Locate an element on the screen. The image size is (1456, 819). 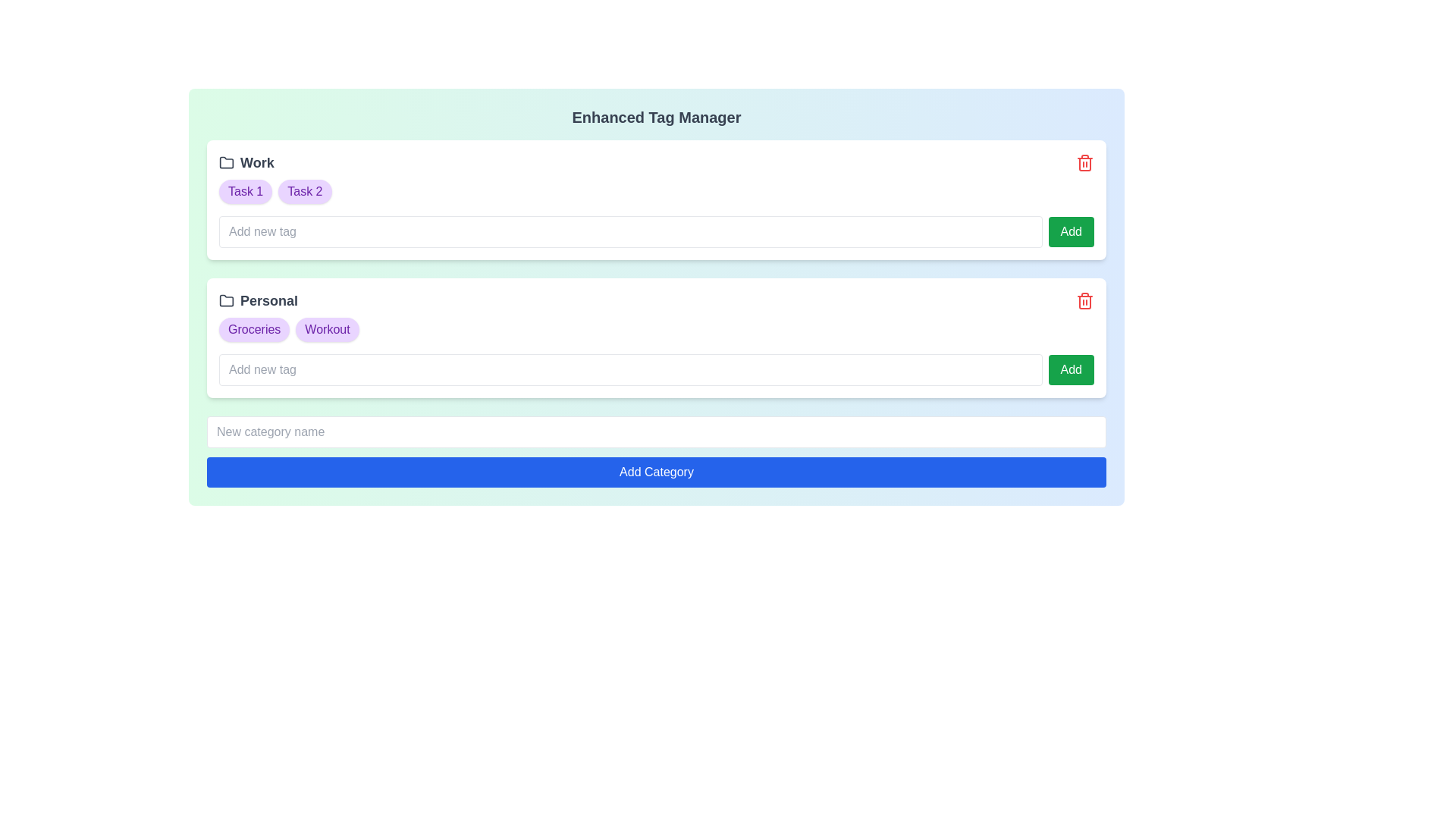
the red trash can icon located to the upper right of the 'Work' category is located at coordinates (1084, 163).